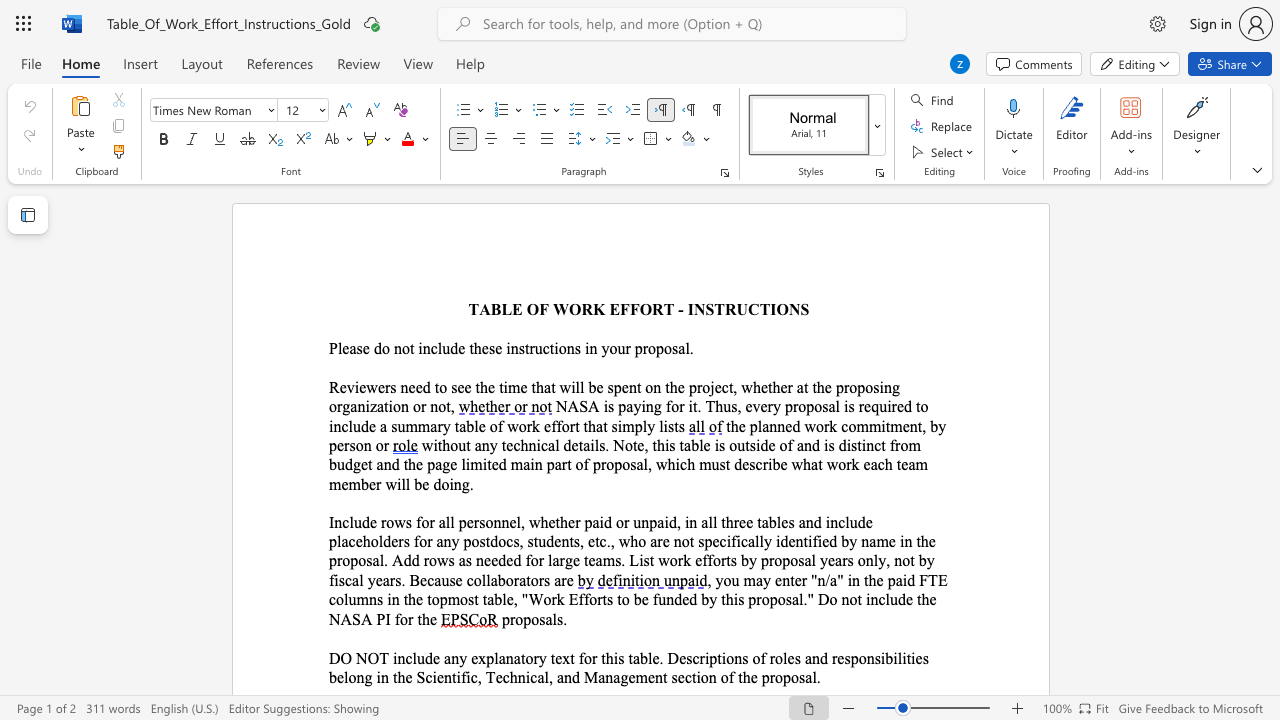  Describe the element at coordinates (815, 541) in the screenshot. I see `the 1th character "f" in the text` at that location.